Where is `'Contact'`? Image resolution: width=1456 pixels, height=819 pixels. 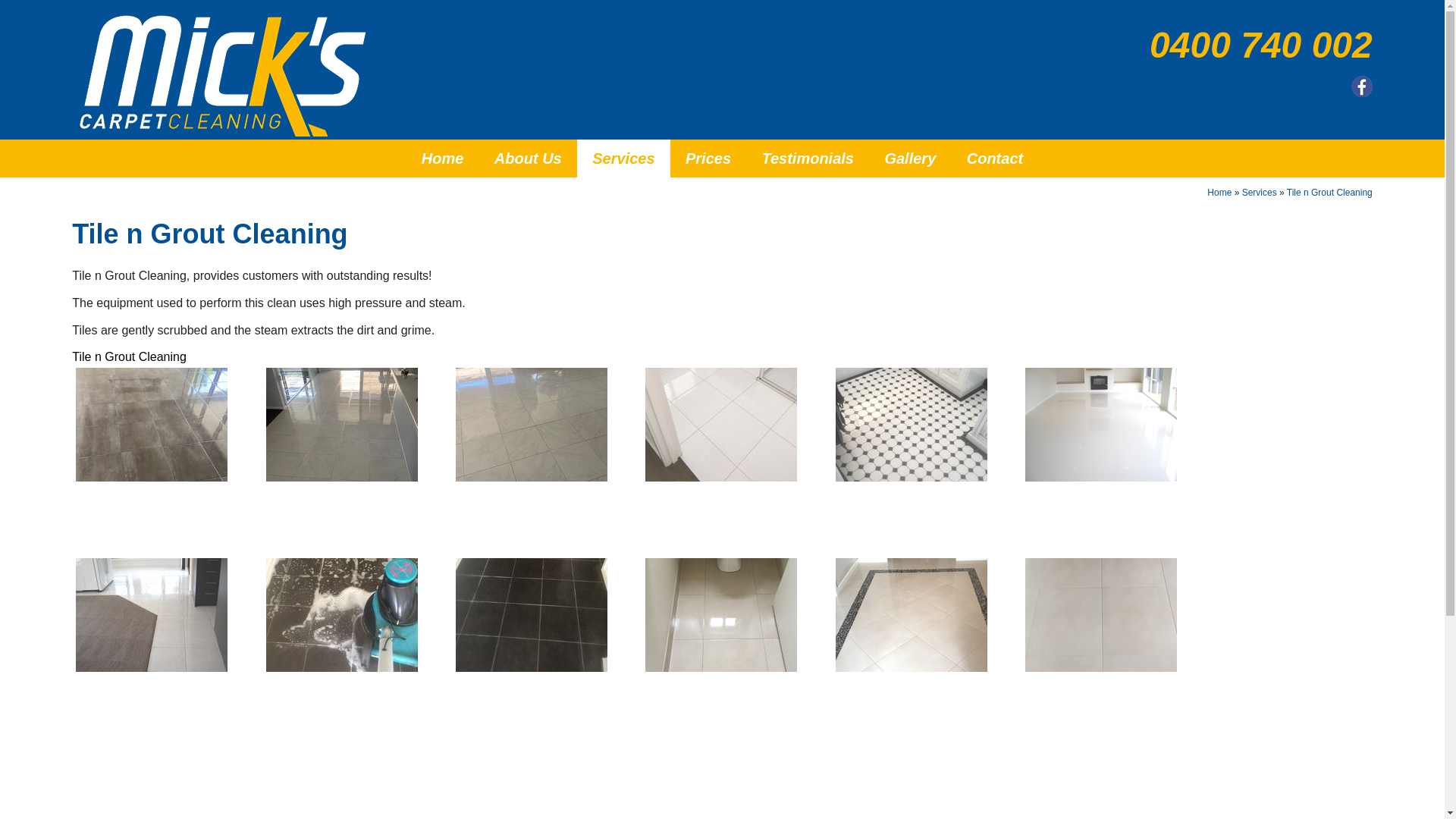
'Contact' is located at coordinates (994, 158).